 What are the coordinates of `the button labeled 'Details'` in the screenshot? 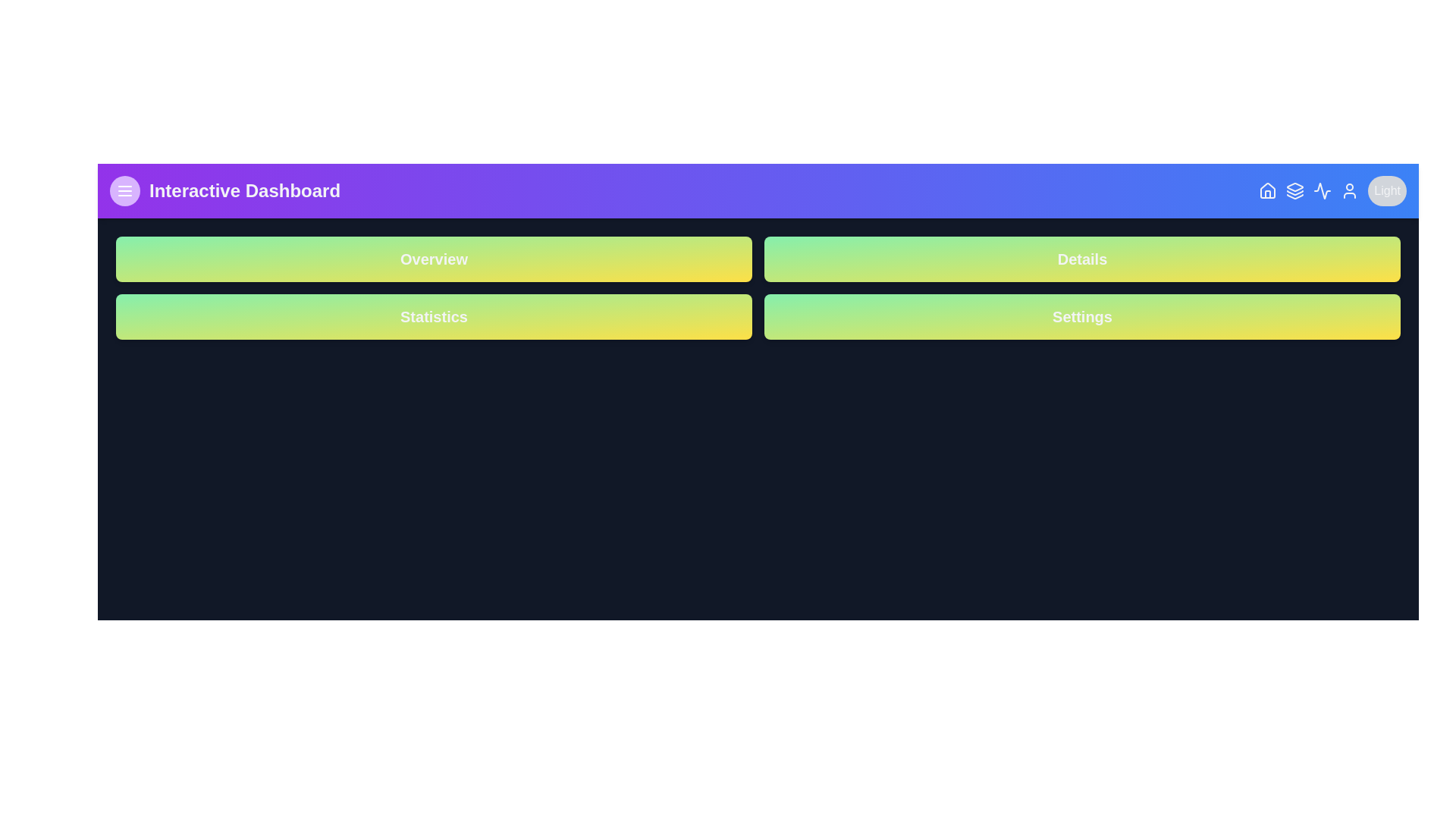 It's located at (1081, 259).